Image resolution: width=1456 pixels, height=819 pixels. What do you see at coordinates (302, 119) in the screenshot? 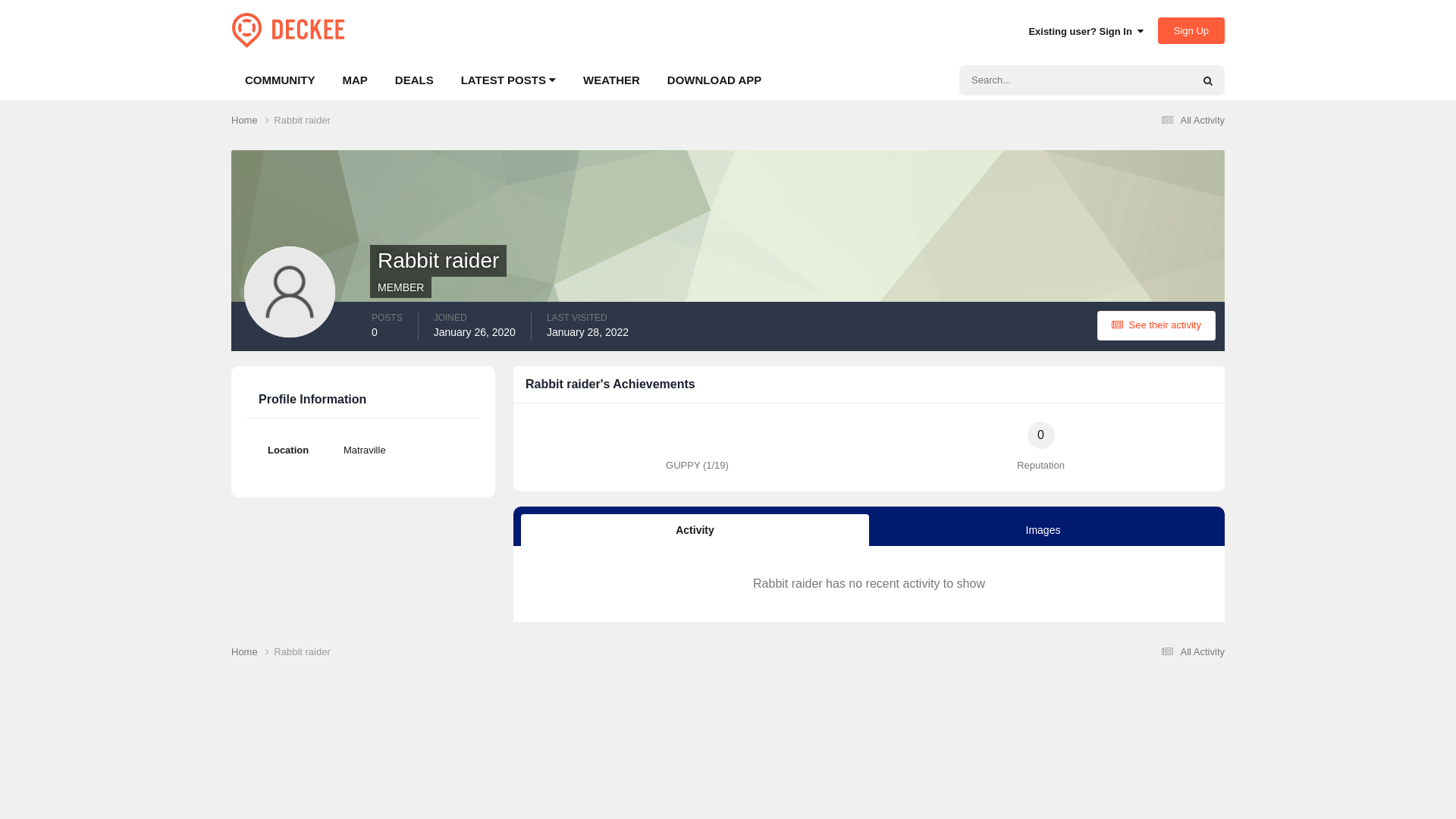
I see `'Rabbit raider'` at bounding box center [302, 119].